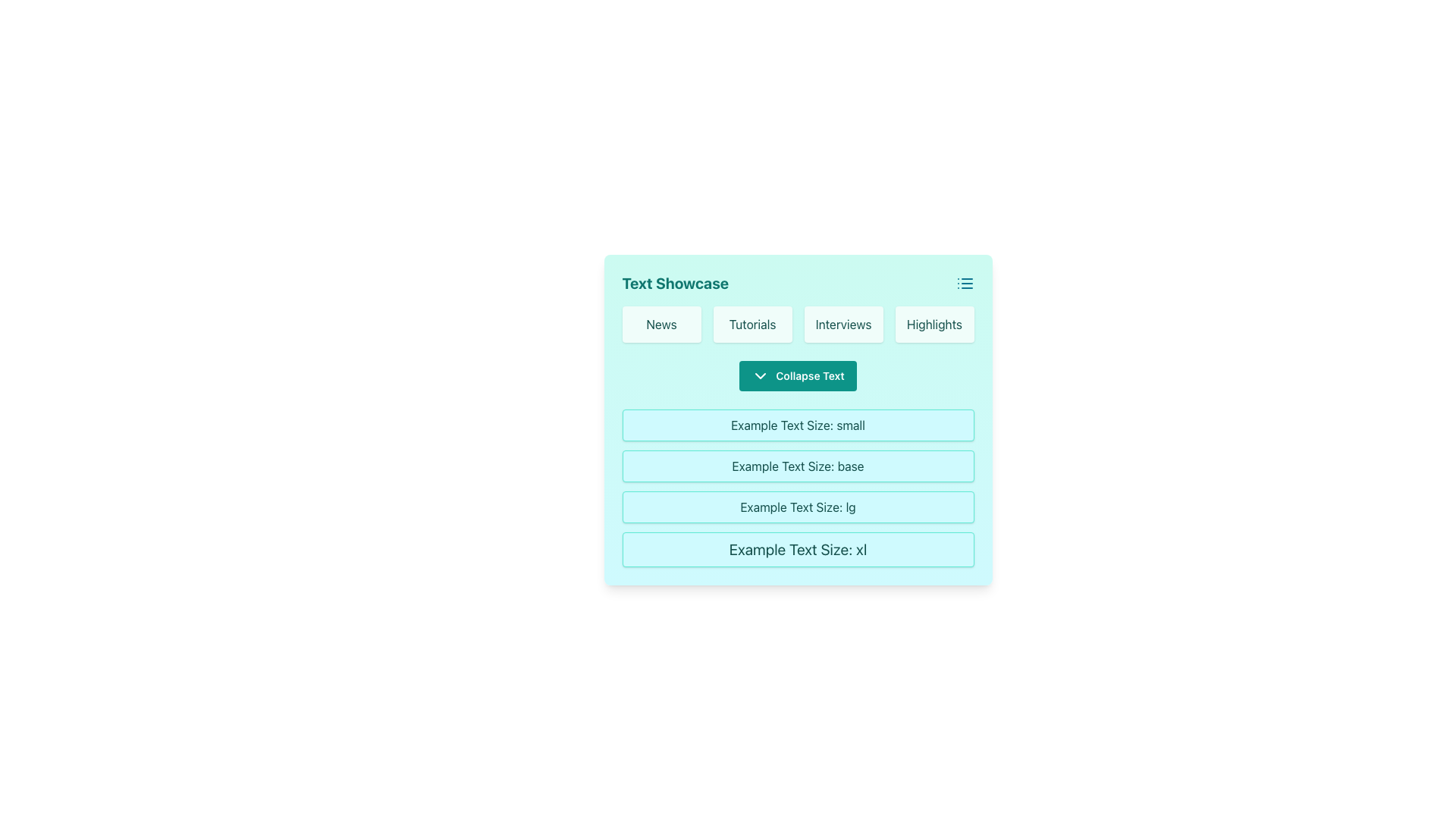 Image resolution: width=1456 pixels, height=819 pixels. What do you see at coordinates (964, 284) in the screenshot?
I see `the cyan icon button resembling a list located at the top right corner of the 'Text Showcase' section for additional information` at bounding box center [964, 284].